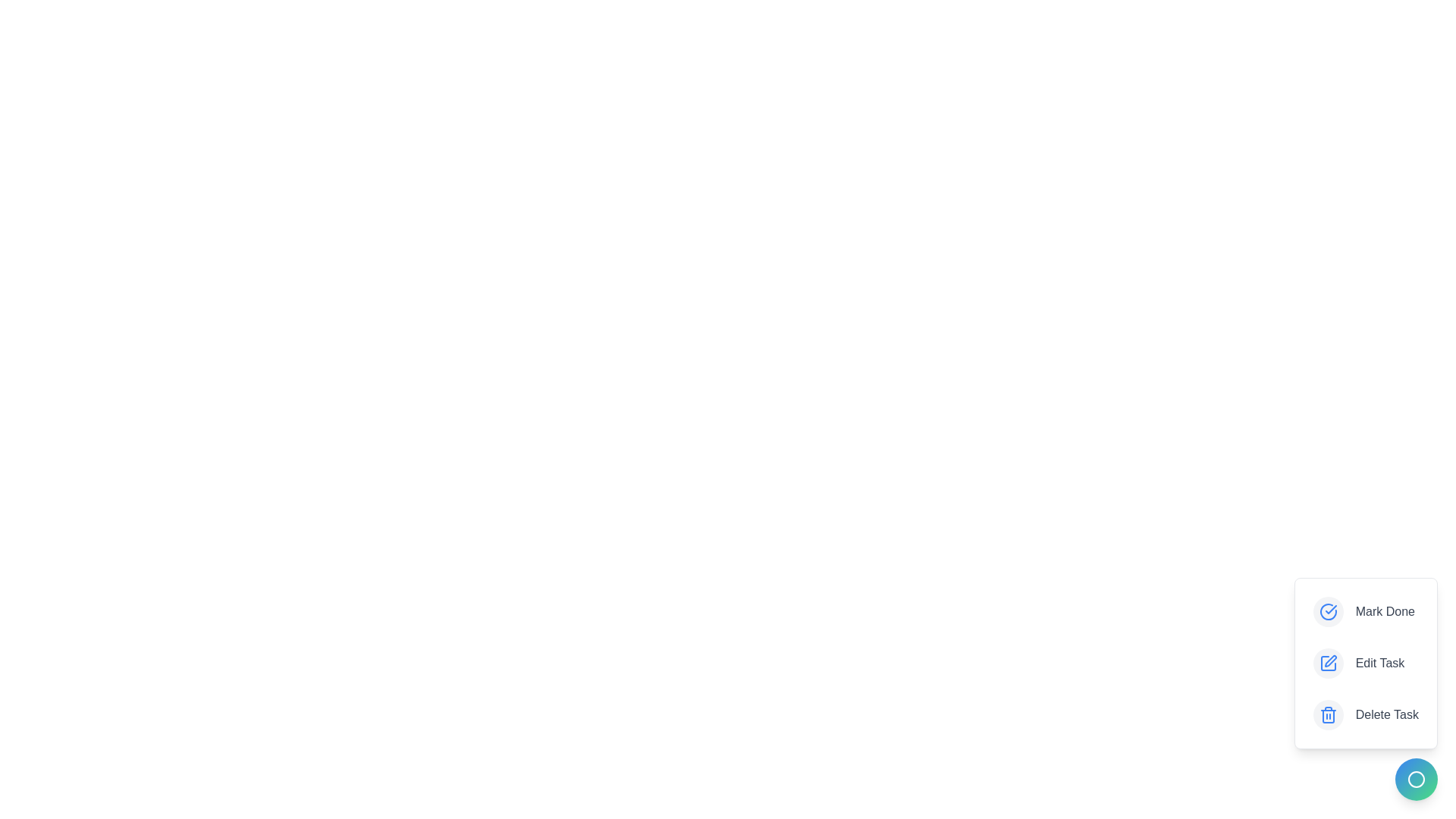 This screenshot has height=819, width=1456. What do you see at coordinates (1365, 714) in the screenshot?
I see `the 'Delete Task' button to initiate the delete task action` at bounding box center [1365, 714].